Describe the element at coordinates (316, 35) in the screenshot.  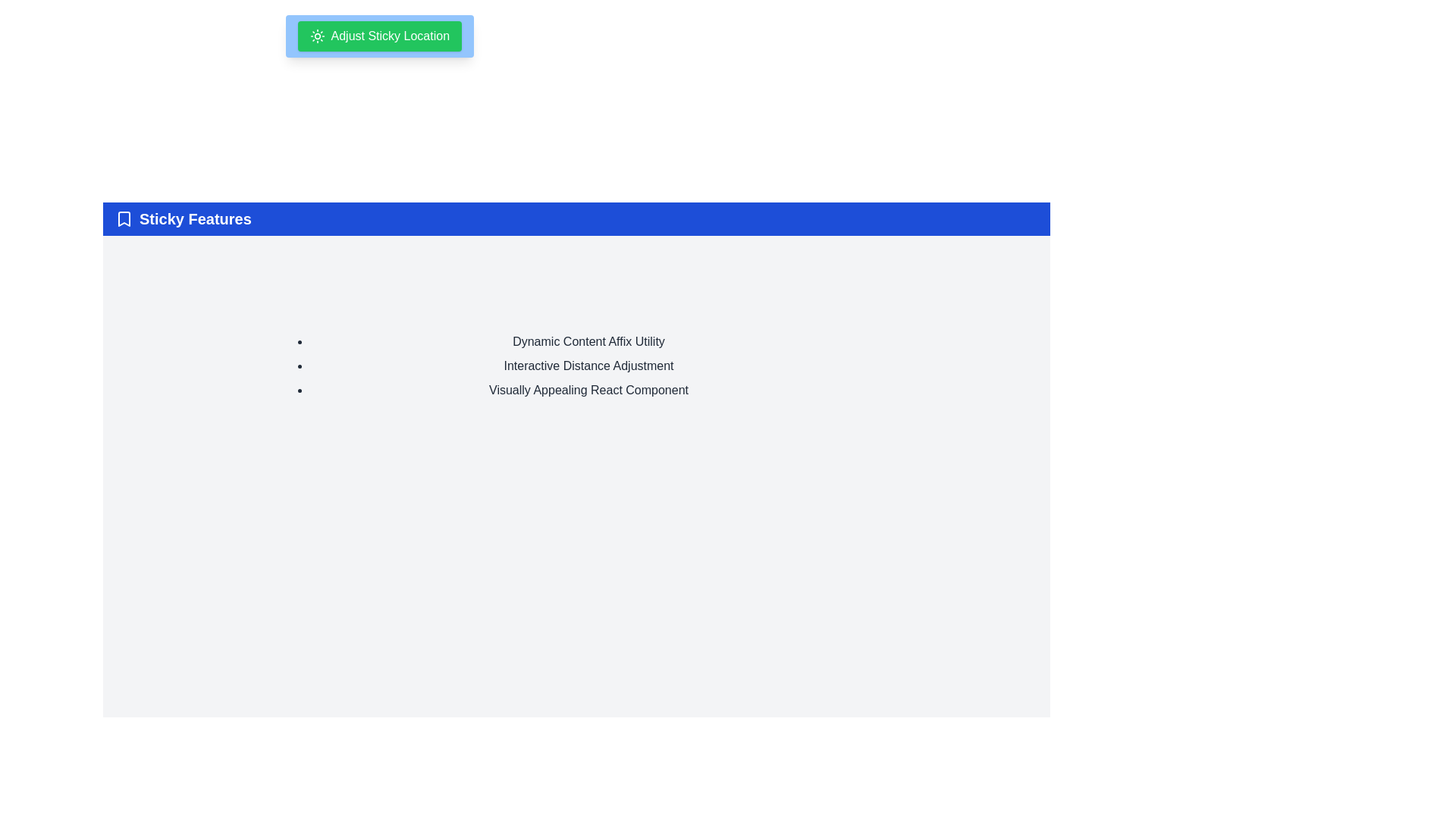
I see `the icon located within the green button titled 'Adjust Sticky Location', which serves as a decorative or contextual visual indicator related to settings or options` at that location.